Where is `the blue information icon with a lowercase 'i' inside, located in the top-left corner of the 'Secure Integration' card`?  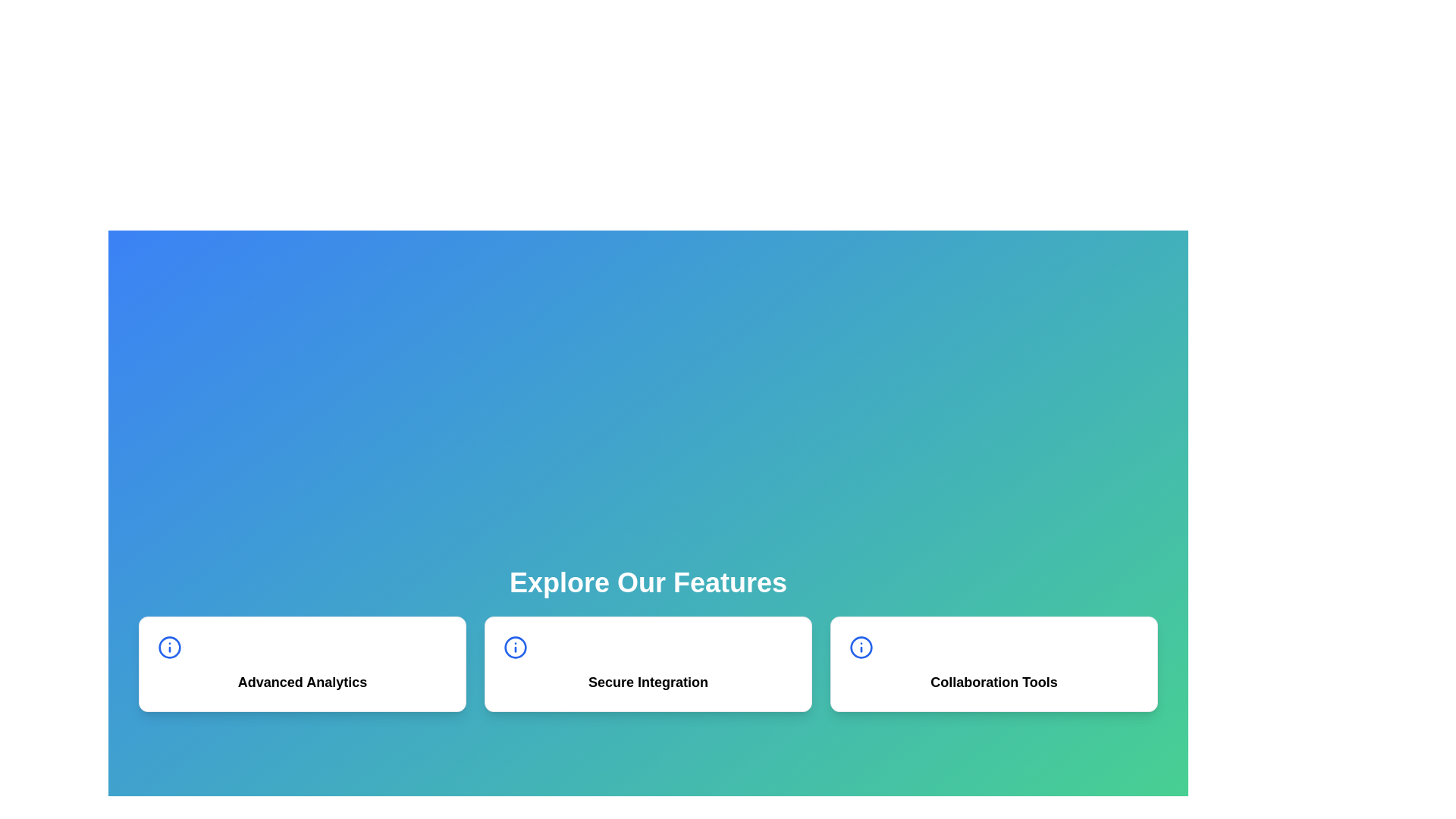
the blue information icon with a lowercase 'i' inside, located in the top-left corner of the 'Secure Integration' card is located at coordinates (516, 647).